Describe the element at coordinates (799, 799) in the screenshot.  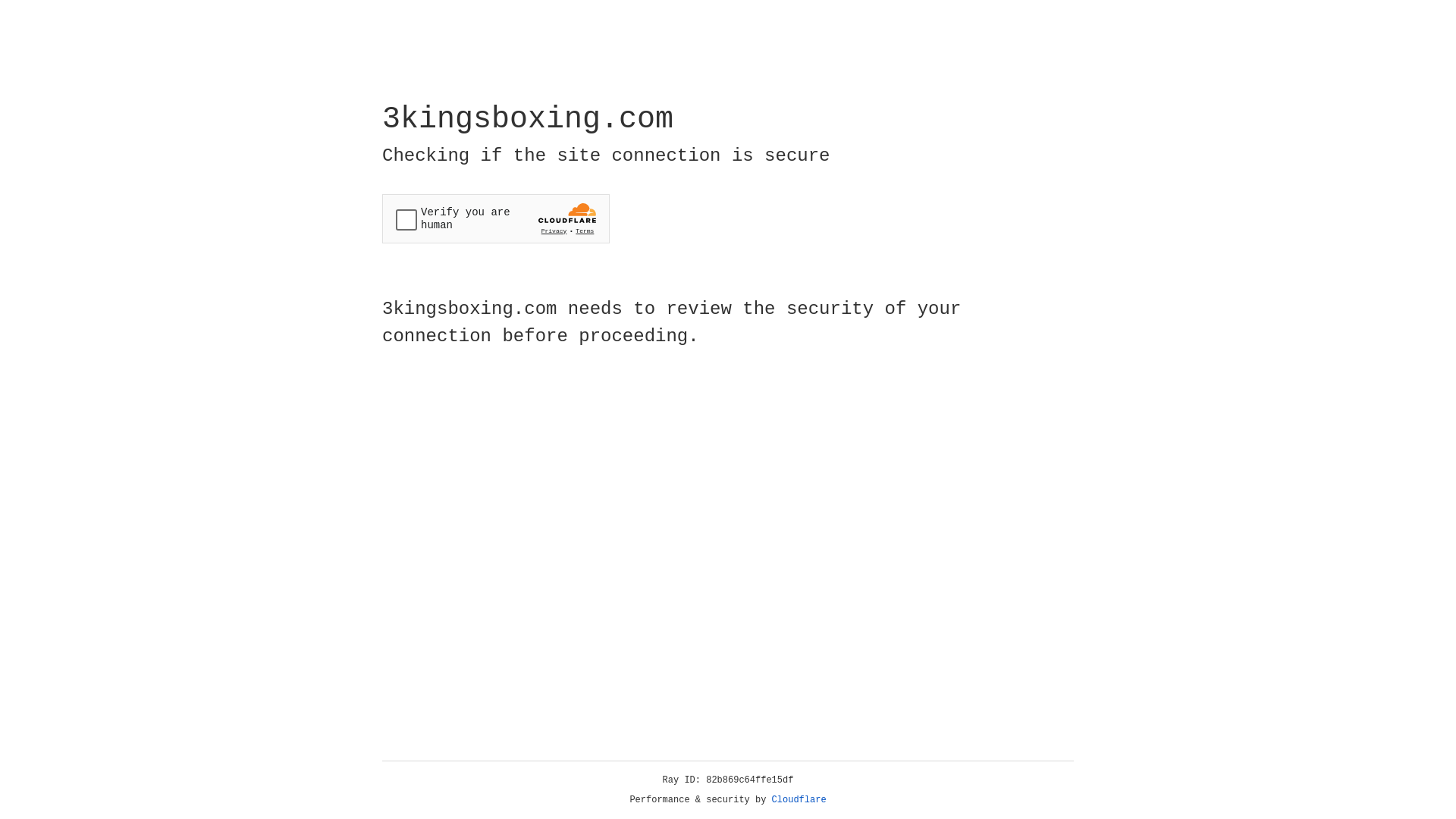
I see `'Cloudflare'` at that location.